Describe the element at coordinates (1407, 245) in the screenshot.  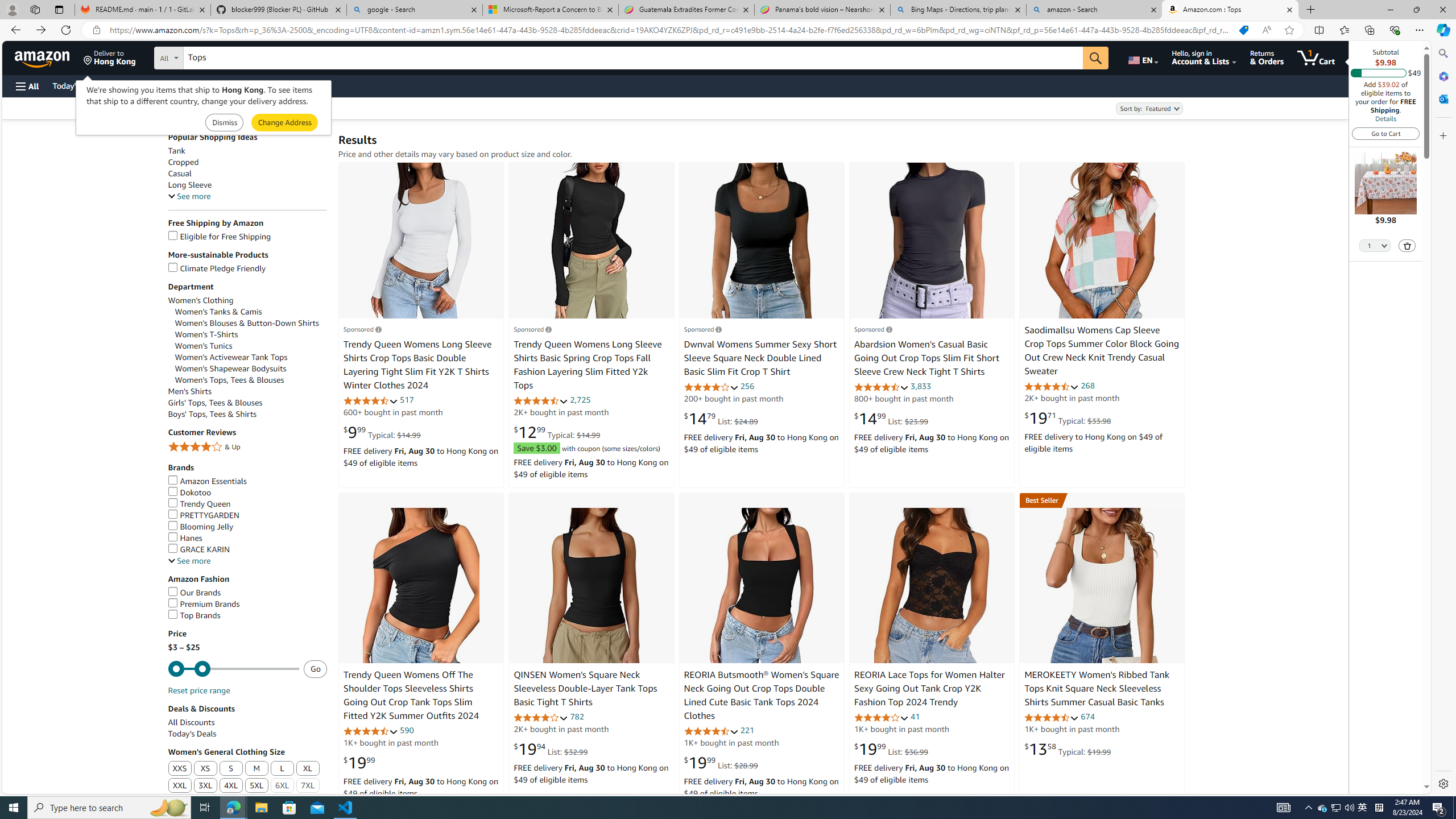
I see `'Delete'` at that location.